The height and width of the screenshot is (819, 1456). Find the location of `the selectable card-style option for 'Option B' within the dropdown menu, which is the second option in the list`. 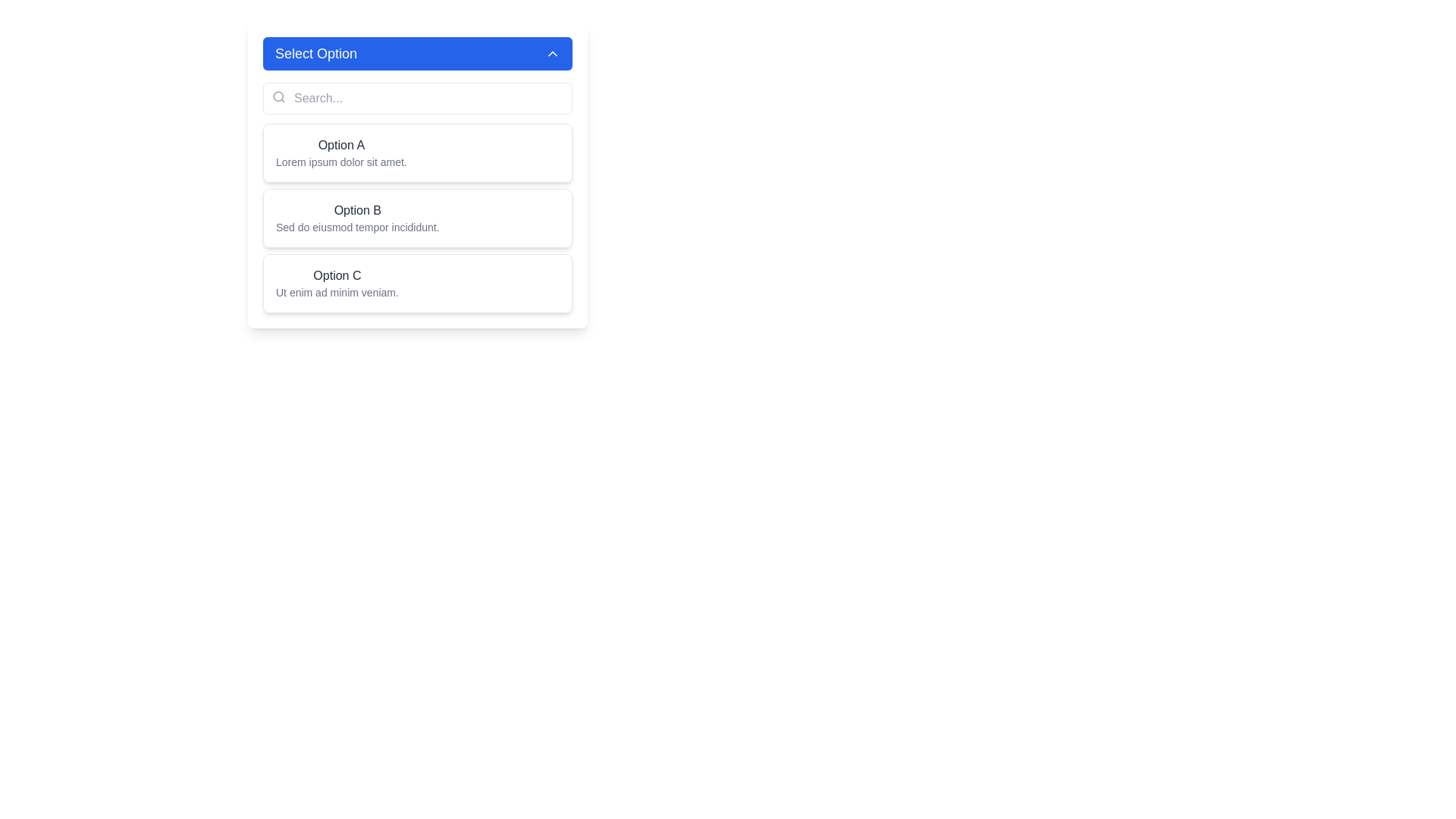

the selectable card-style option for 'Option B' within the dropdown menu, which is the second option in the list is located at coordinates (418, 218).